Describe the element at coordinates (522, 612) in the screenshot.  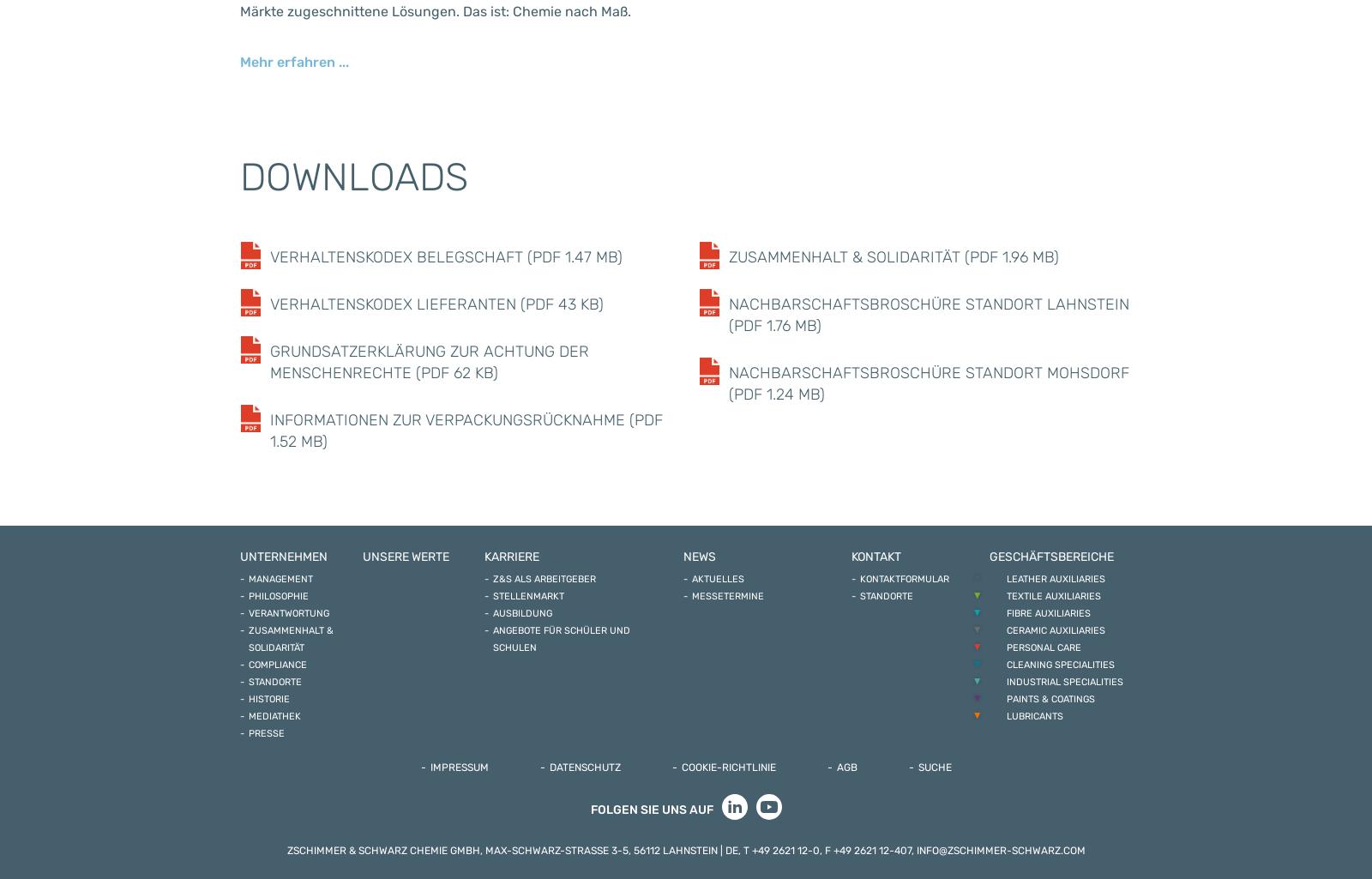
I see `'Ausbildung'` at that location.